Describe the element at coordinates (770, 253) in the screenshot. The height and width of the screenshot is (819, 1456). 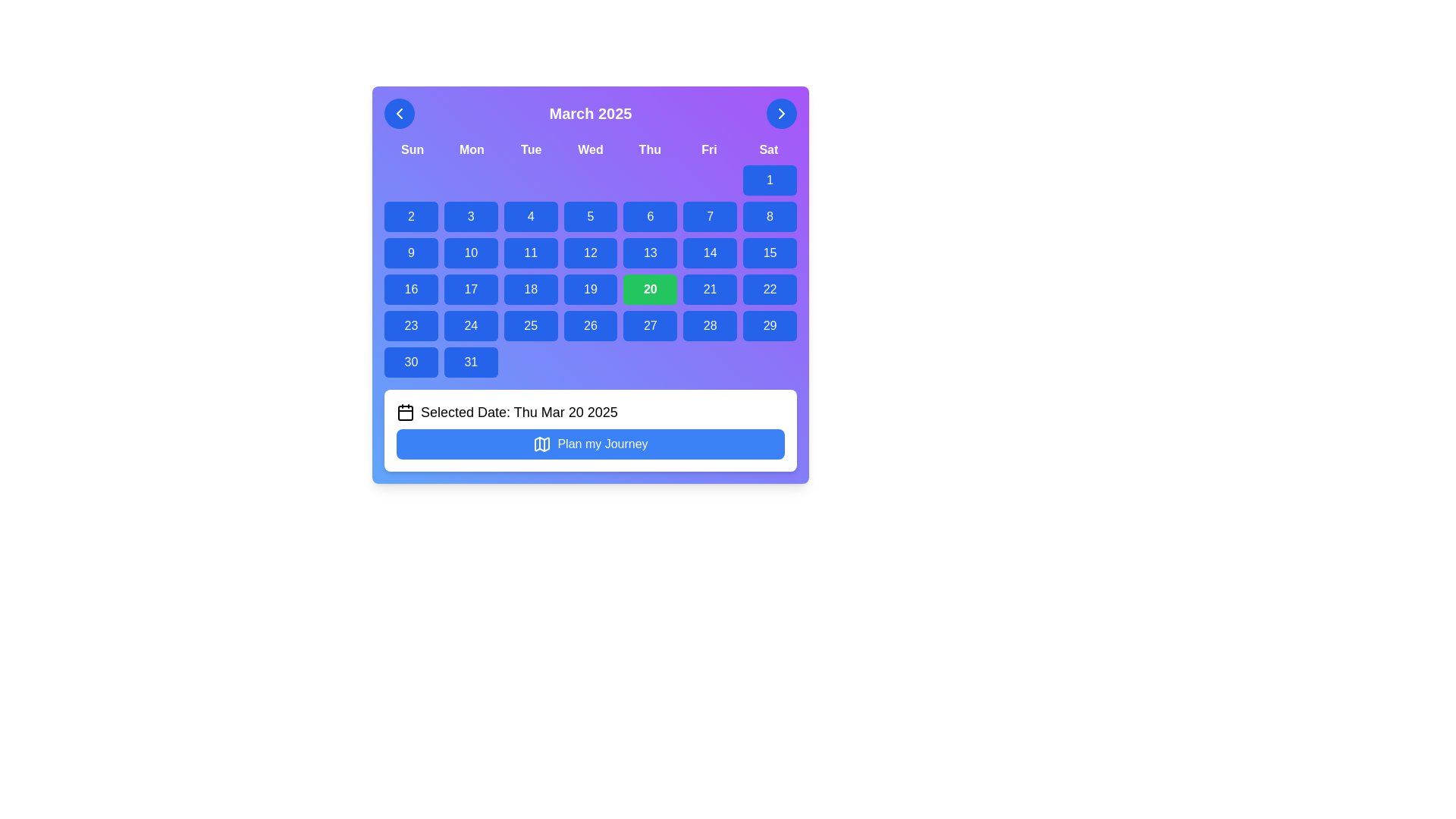
I see `the rounded rectangular button displaying the number '15' in white text on a blue background` at that location.